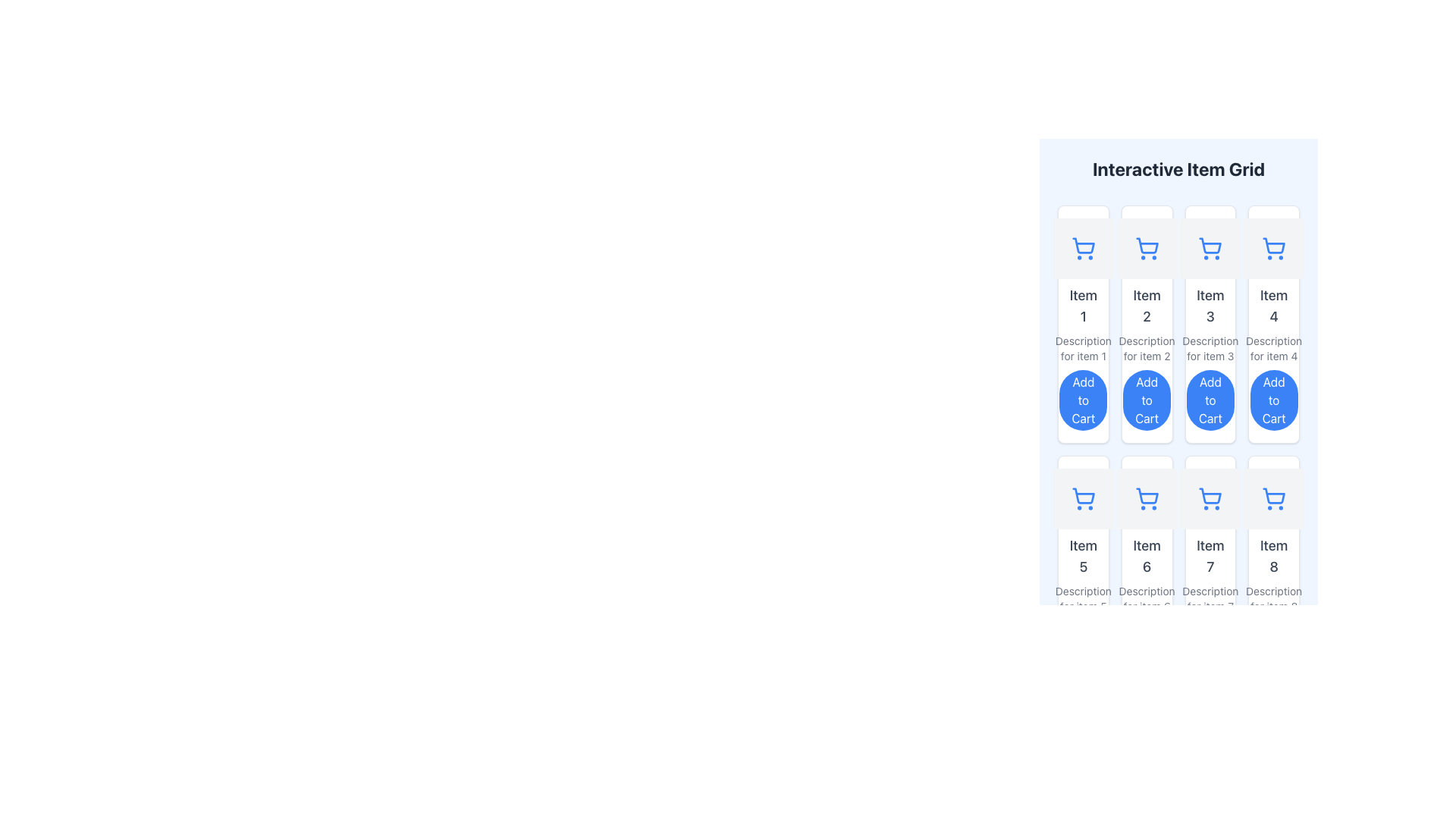  Describe the element at coordinates (1210, 245) in the screenshot. I see `the shopping cart icon located in the upper section of the cell for Item 3, which is directly above the 'Add to Cart' button` at that location.